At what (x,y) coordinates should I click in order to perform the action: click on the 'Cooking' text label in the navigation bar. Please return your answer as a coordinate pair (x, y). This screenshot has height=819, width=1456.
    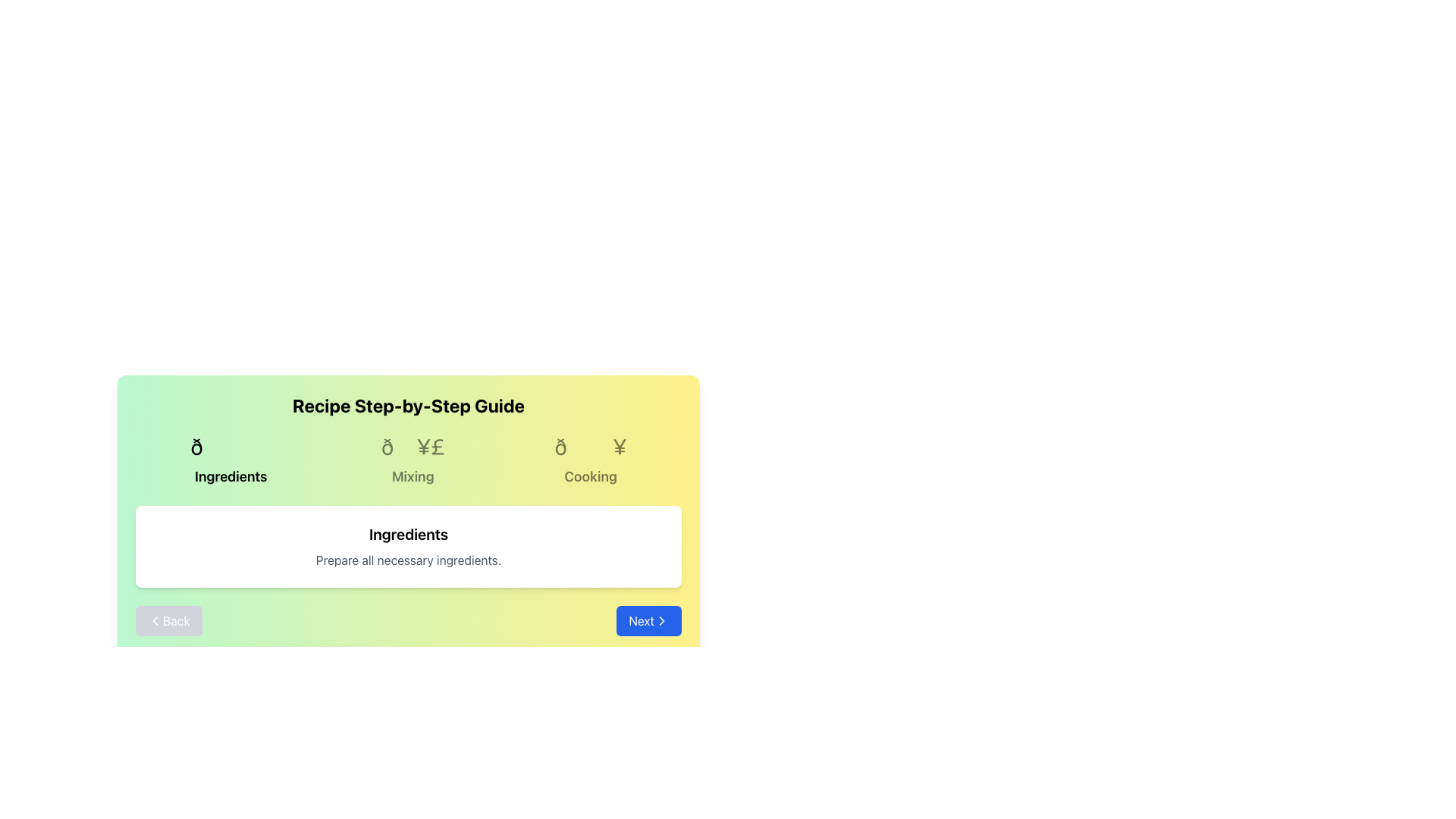
    Looking at the image, I should click on (589, 475).